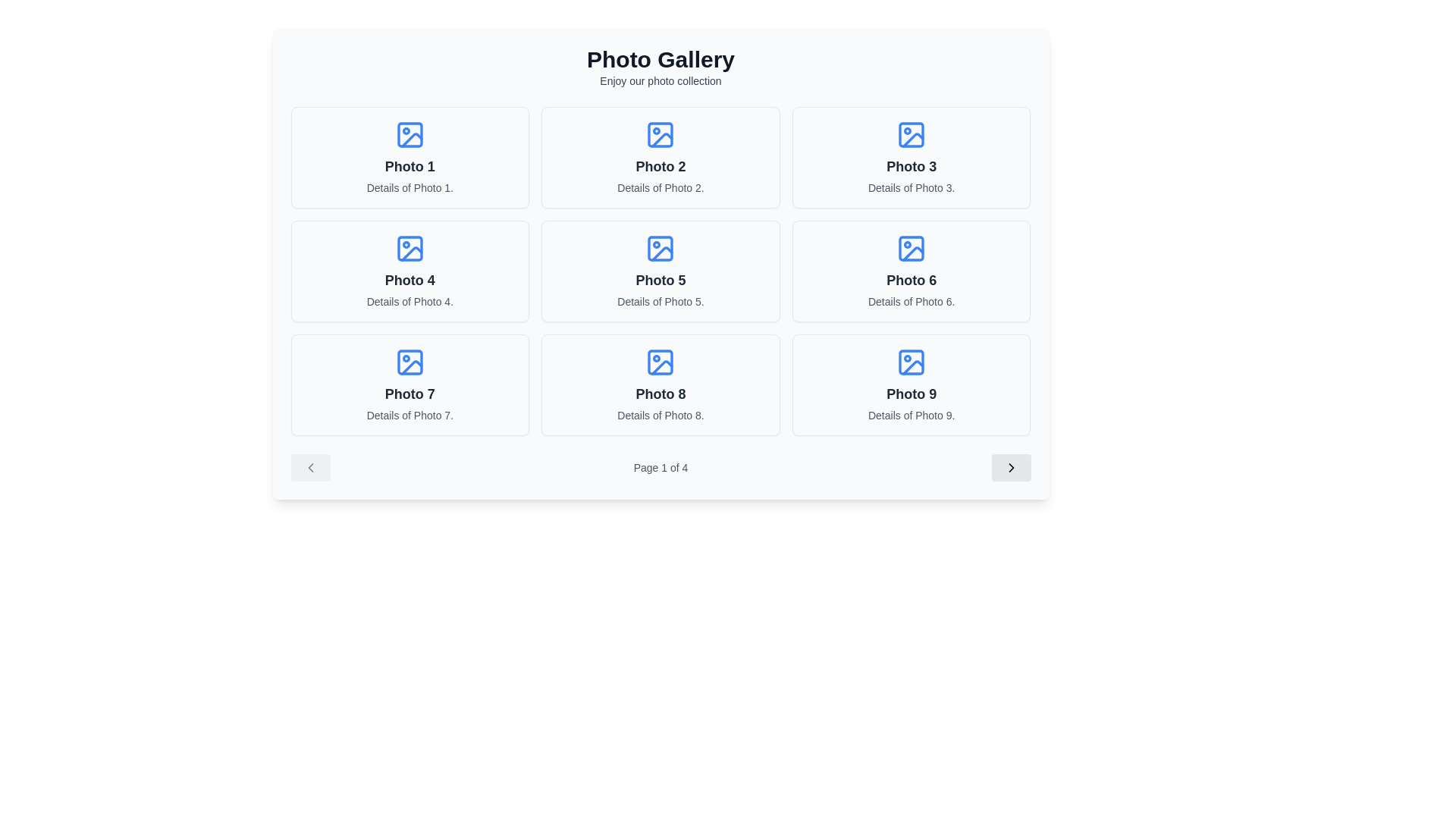 This screenshot has height=819, width=1456. Describe the element at coordinates (911, 133) in the screenshot. I see `the rectangular photographic icon within the grid cell labeled 'Photo 3' located at the top-right corner of the photo gallery` at that location.